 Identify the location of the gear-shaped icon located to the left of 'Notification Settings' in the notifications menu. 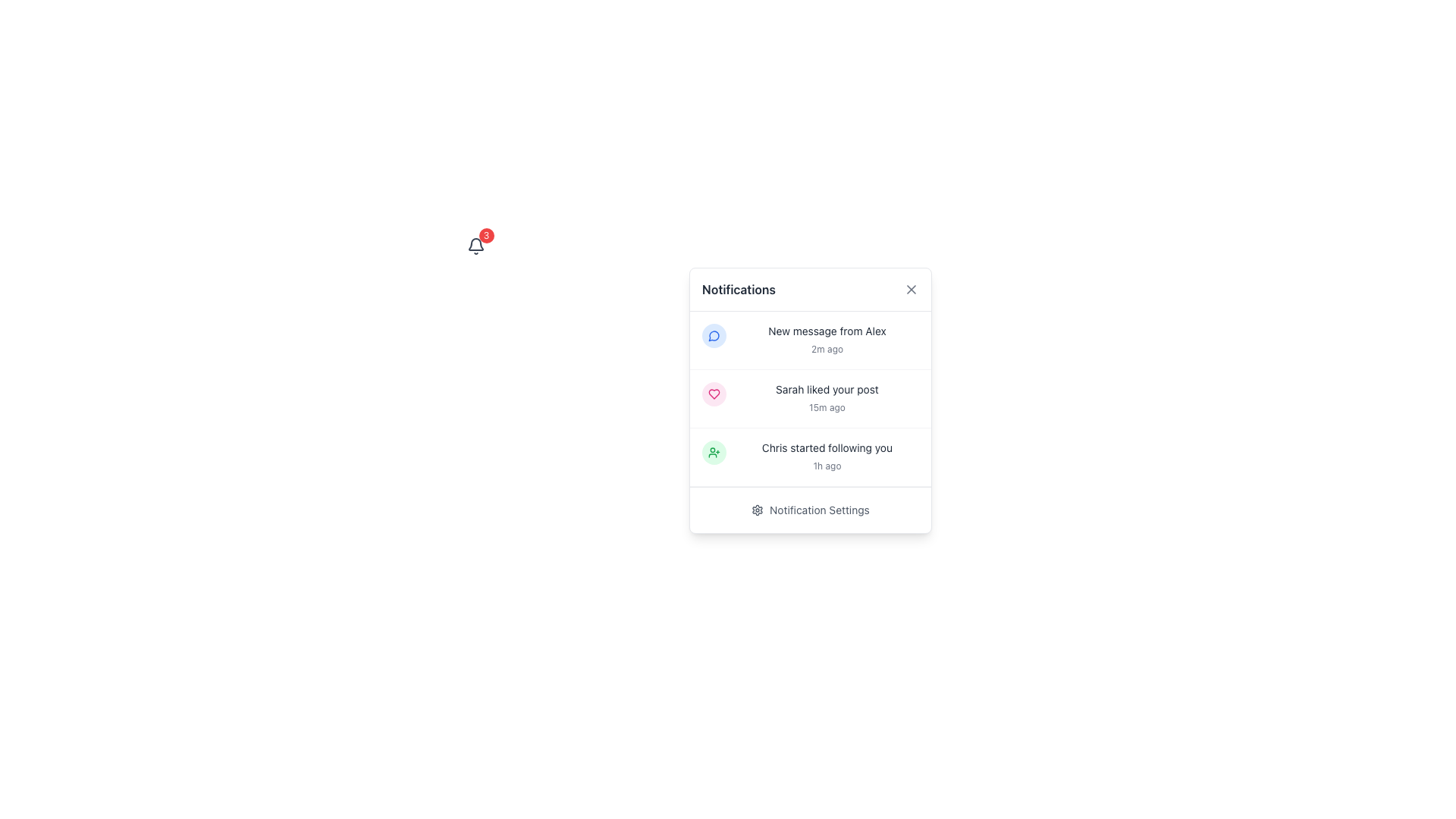
(758, 510).